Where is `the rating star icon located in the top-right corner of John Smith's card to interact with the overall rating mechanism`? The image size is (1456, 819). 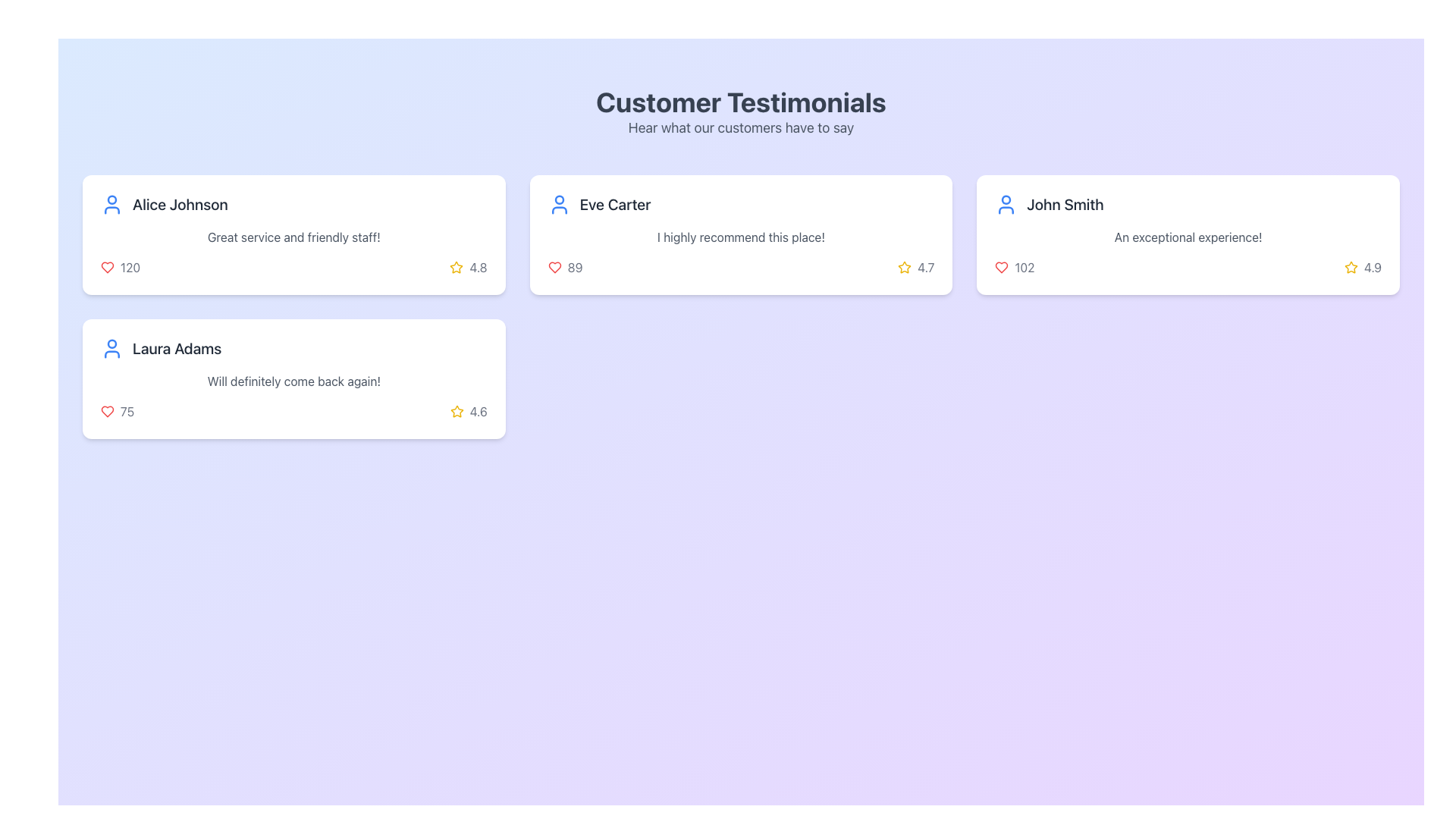
the rating star icon located in the top-right corner of John Smith's card to interact with the overall rating mechanism is located at coordinates (1351, 266).